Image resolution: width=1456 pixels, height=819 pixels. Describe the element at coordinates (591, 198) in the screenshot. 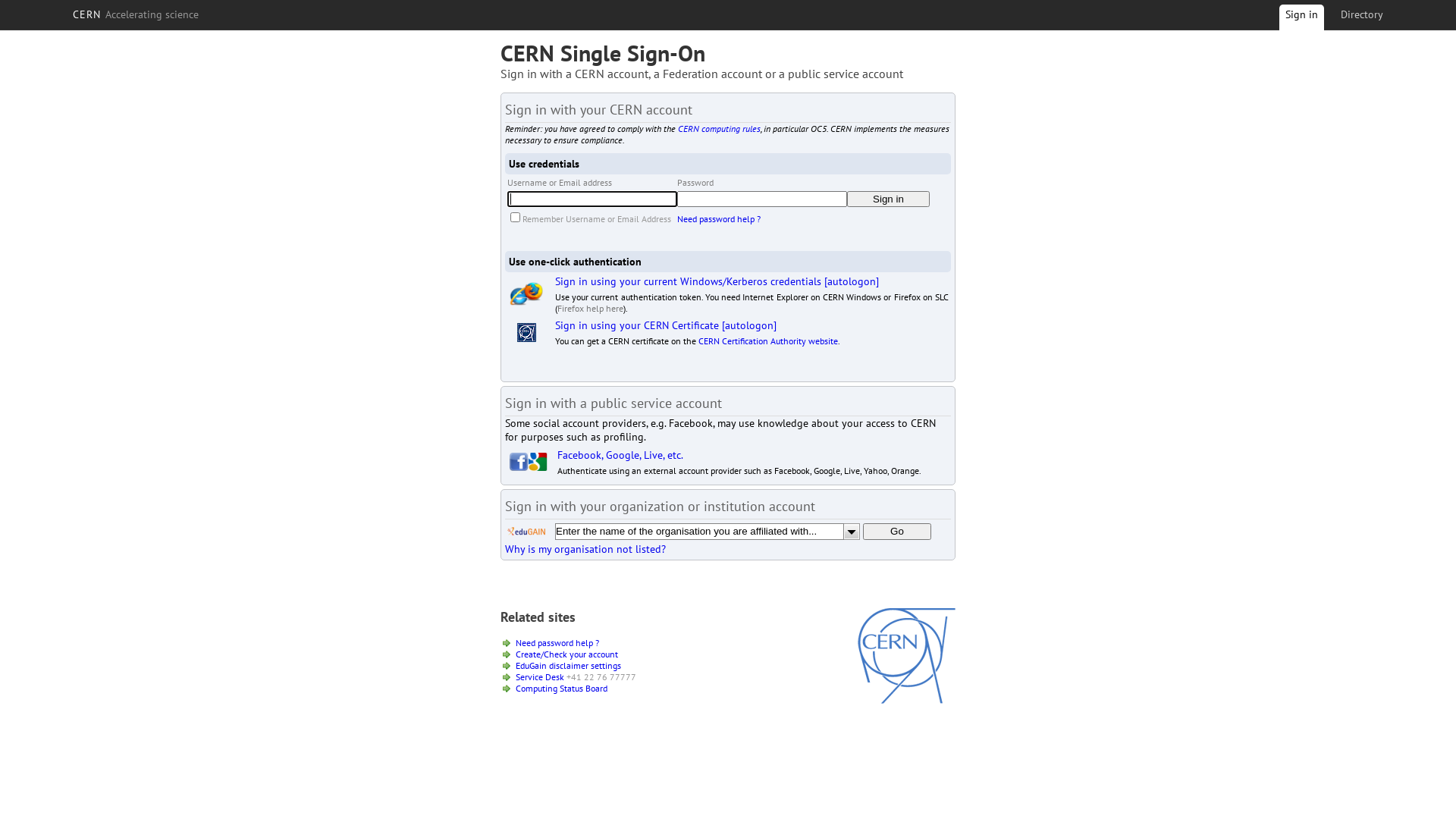

I see `'Enter your Username or Email Address'` at that location.